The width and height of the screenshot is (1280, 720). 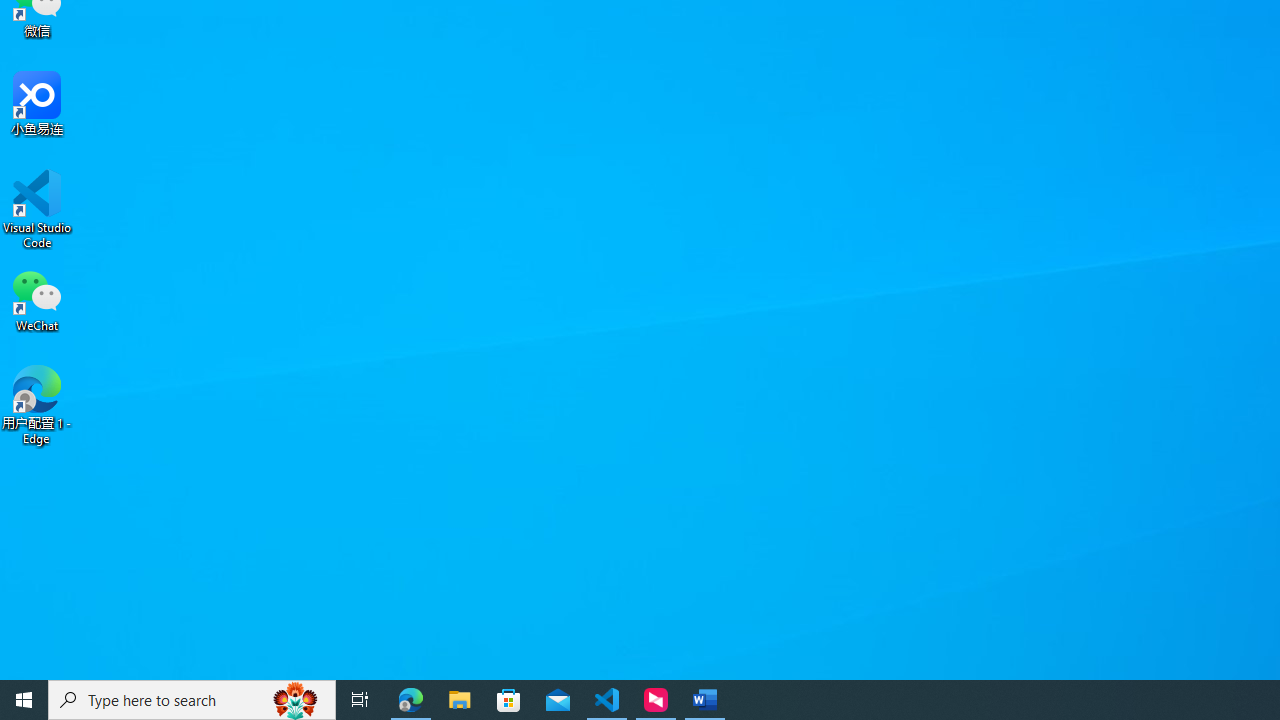 I want to click on 'Microsoft Edge - 1 running window', so click(x=410, y=698).